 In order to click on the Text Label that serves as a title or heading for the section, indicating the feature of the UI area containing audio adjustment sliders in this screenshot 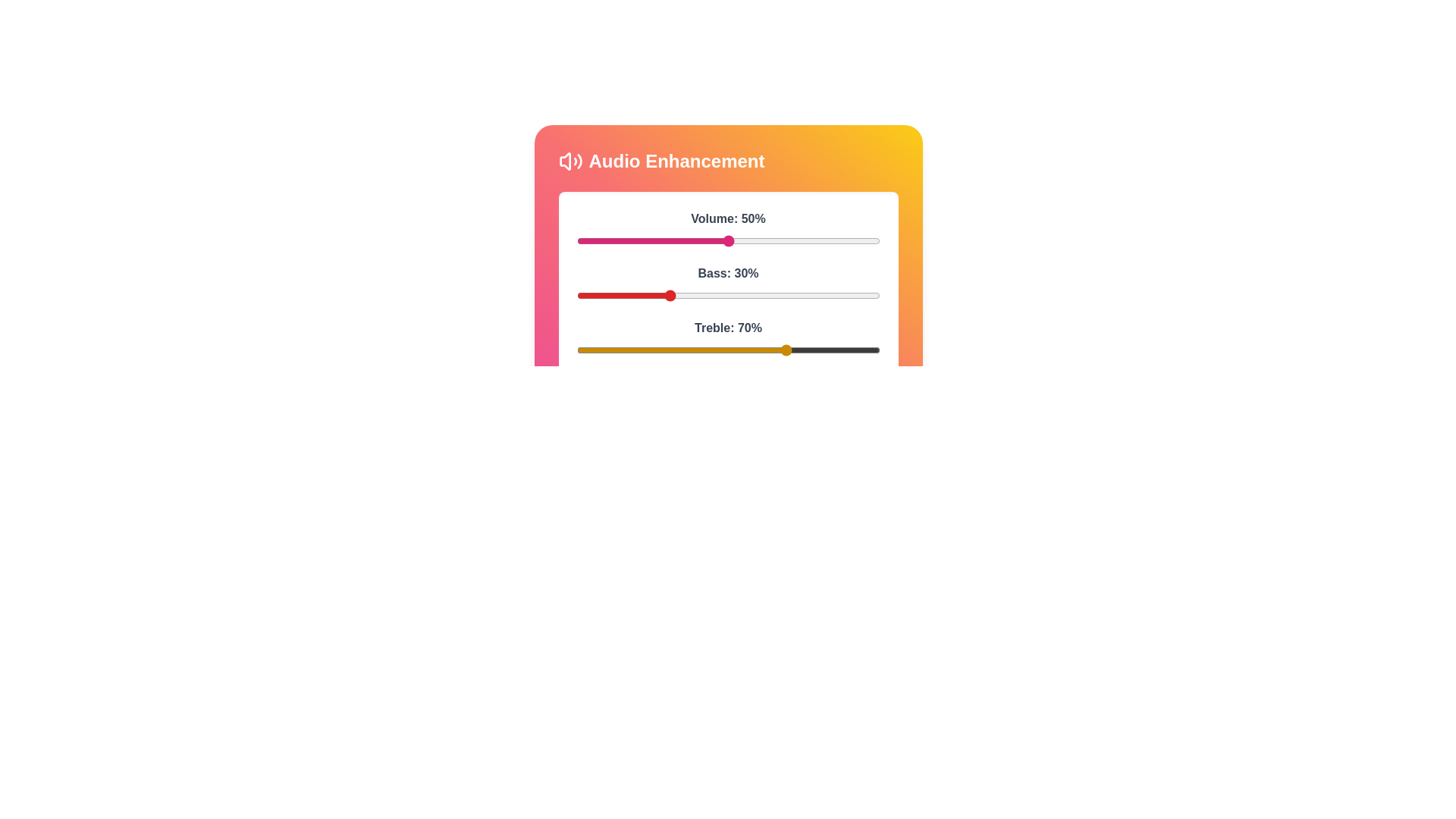, I will do `click(676, 161)`.